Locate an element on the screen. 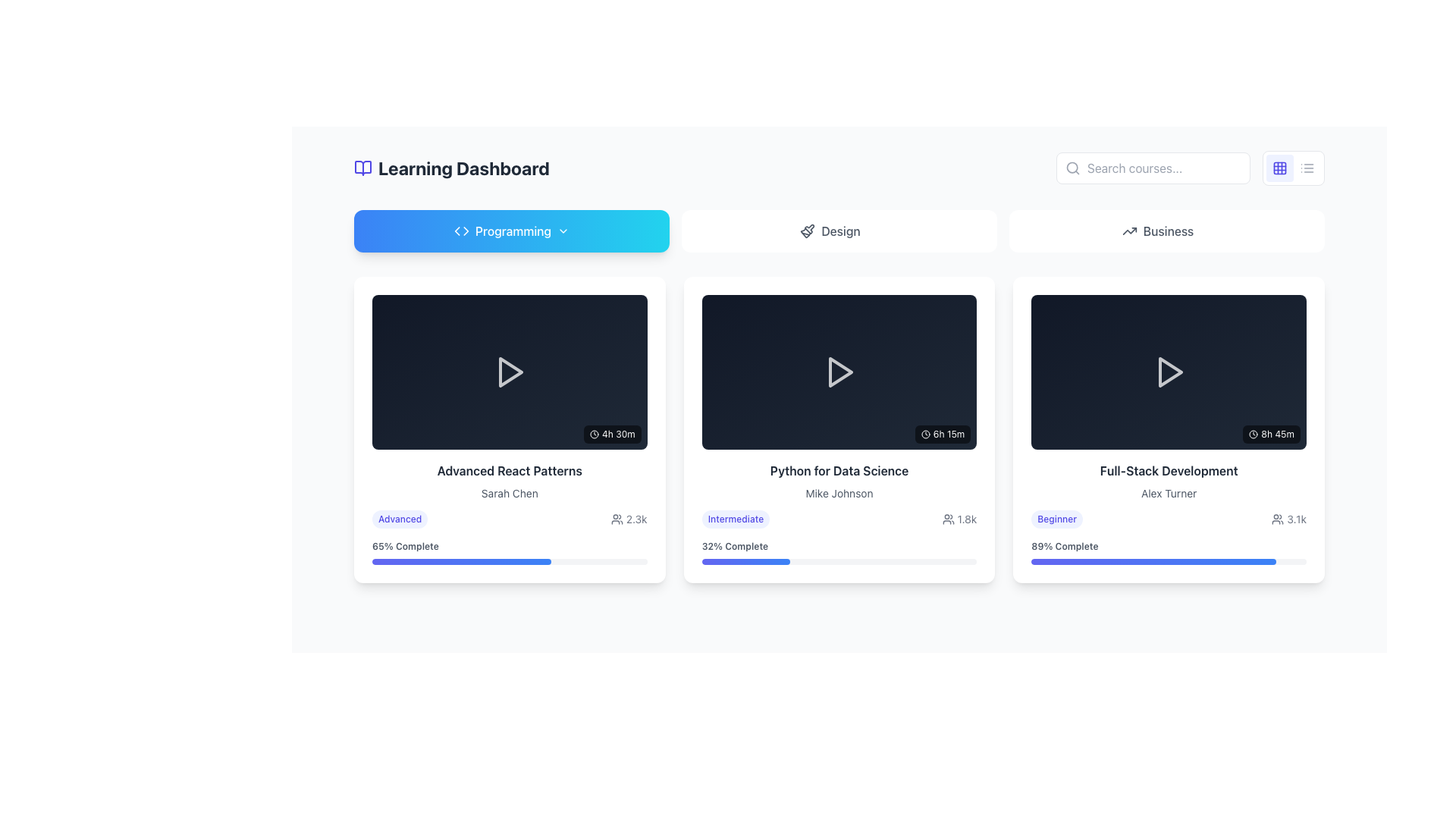 The height and width of the screenshot is (819, 1456). the non-interactive visual indicator showing the total duration of the course 'Advanced React Patterns', located in the bottom-right corner of the corresponding card is located at coordinates (612, 434).